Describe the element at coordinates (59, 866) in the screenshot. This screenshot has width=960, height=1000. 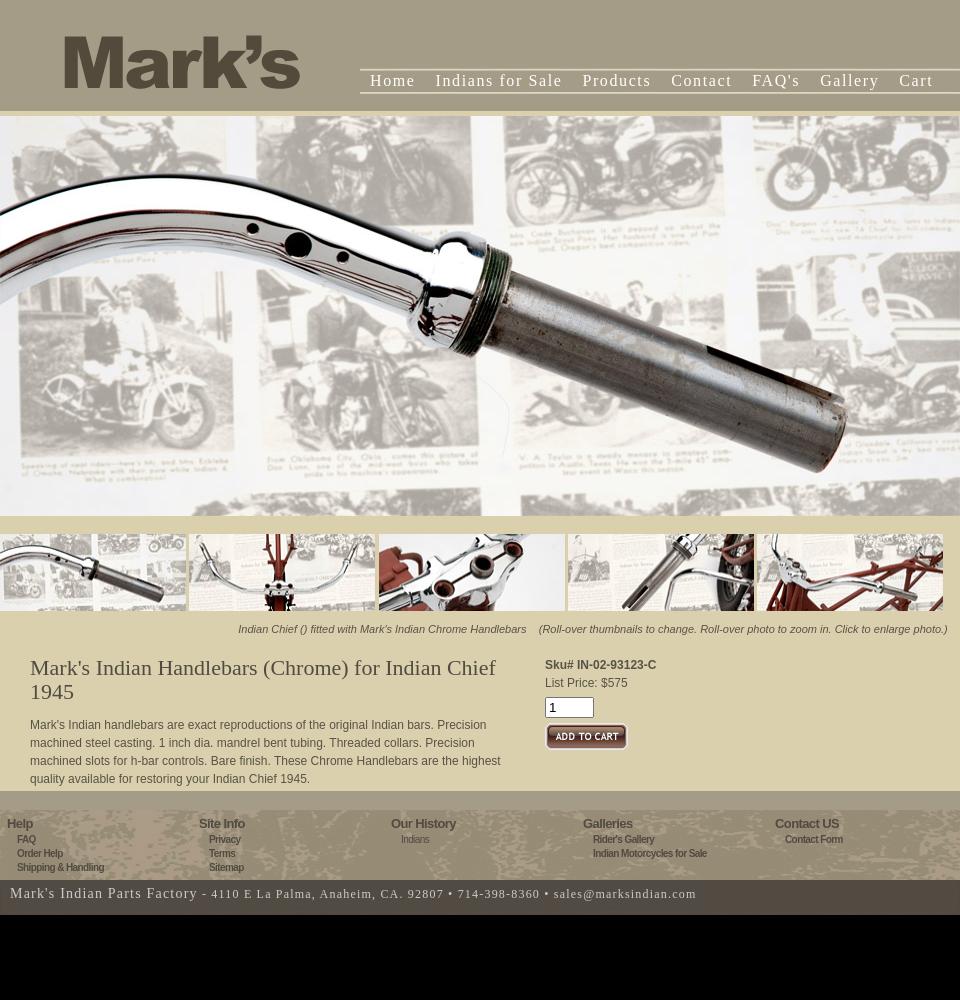
I see `'Shipping & Handling'` at that location.